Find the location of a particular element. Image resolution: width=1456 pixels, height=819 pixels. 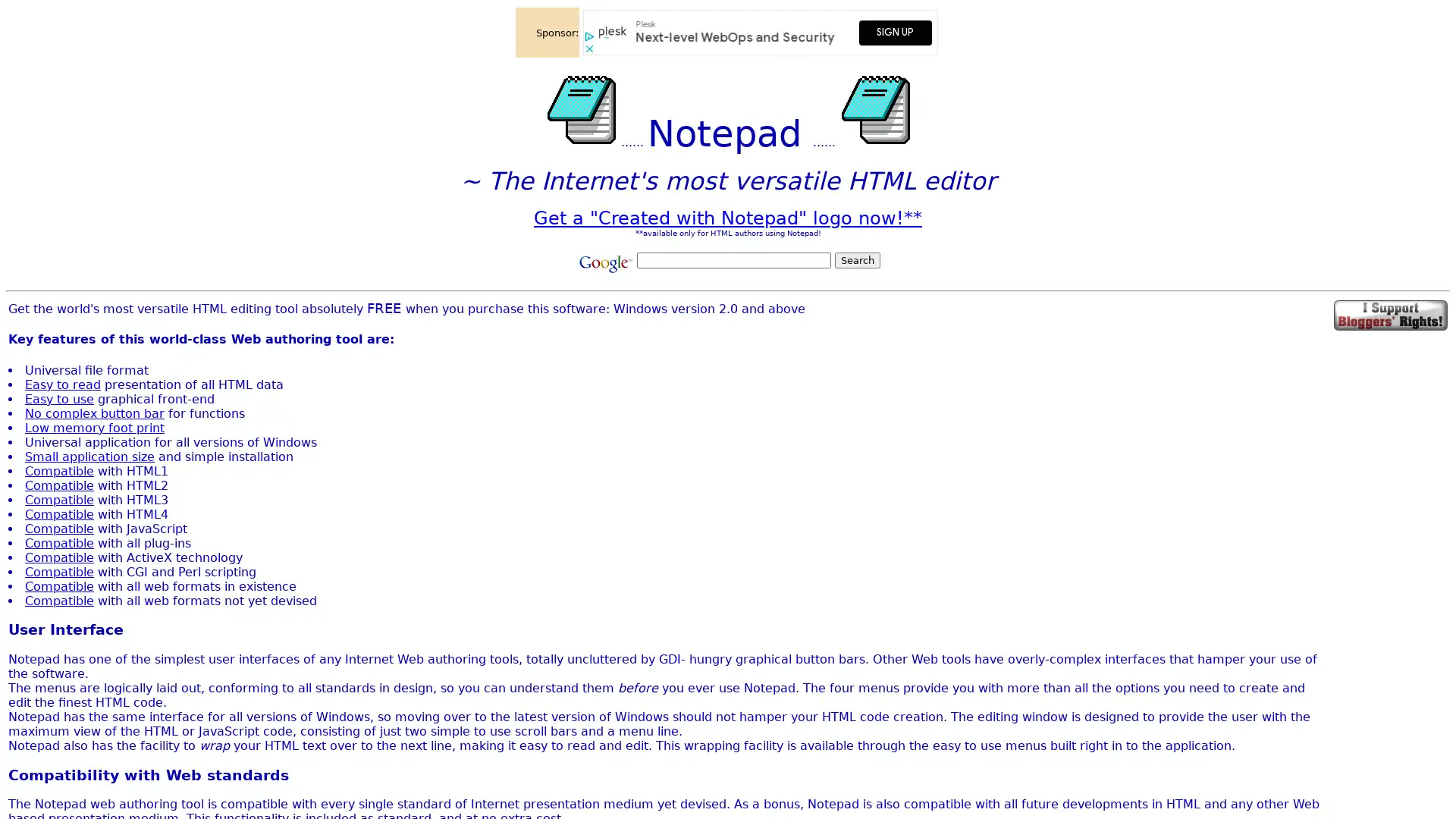

Search is located at coordinates (856, 259).